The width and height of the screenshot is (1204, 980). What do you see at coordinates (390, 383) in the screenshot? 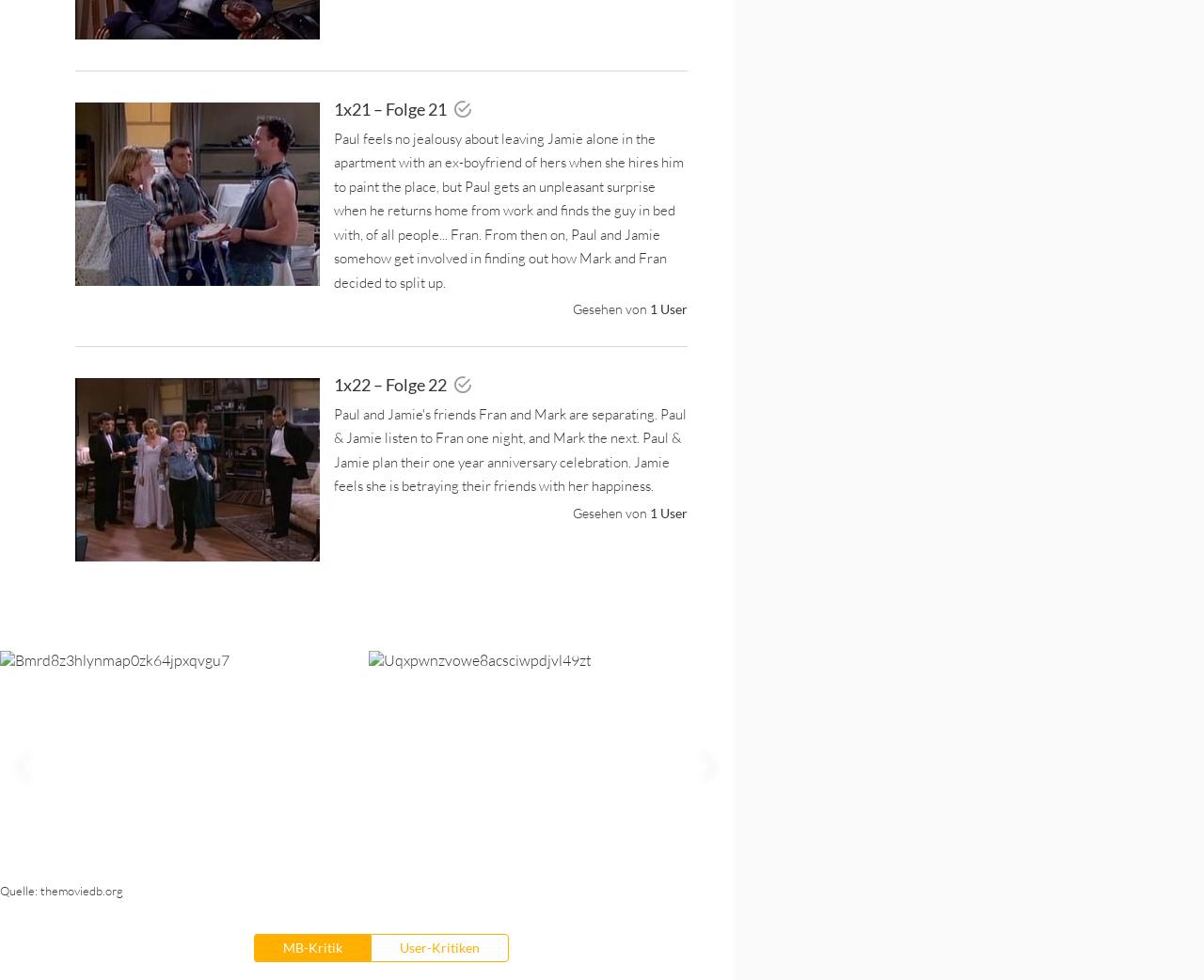
I see `'1x22 – Folge 22'` at bounding box center [390, 383].